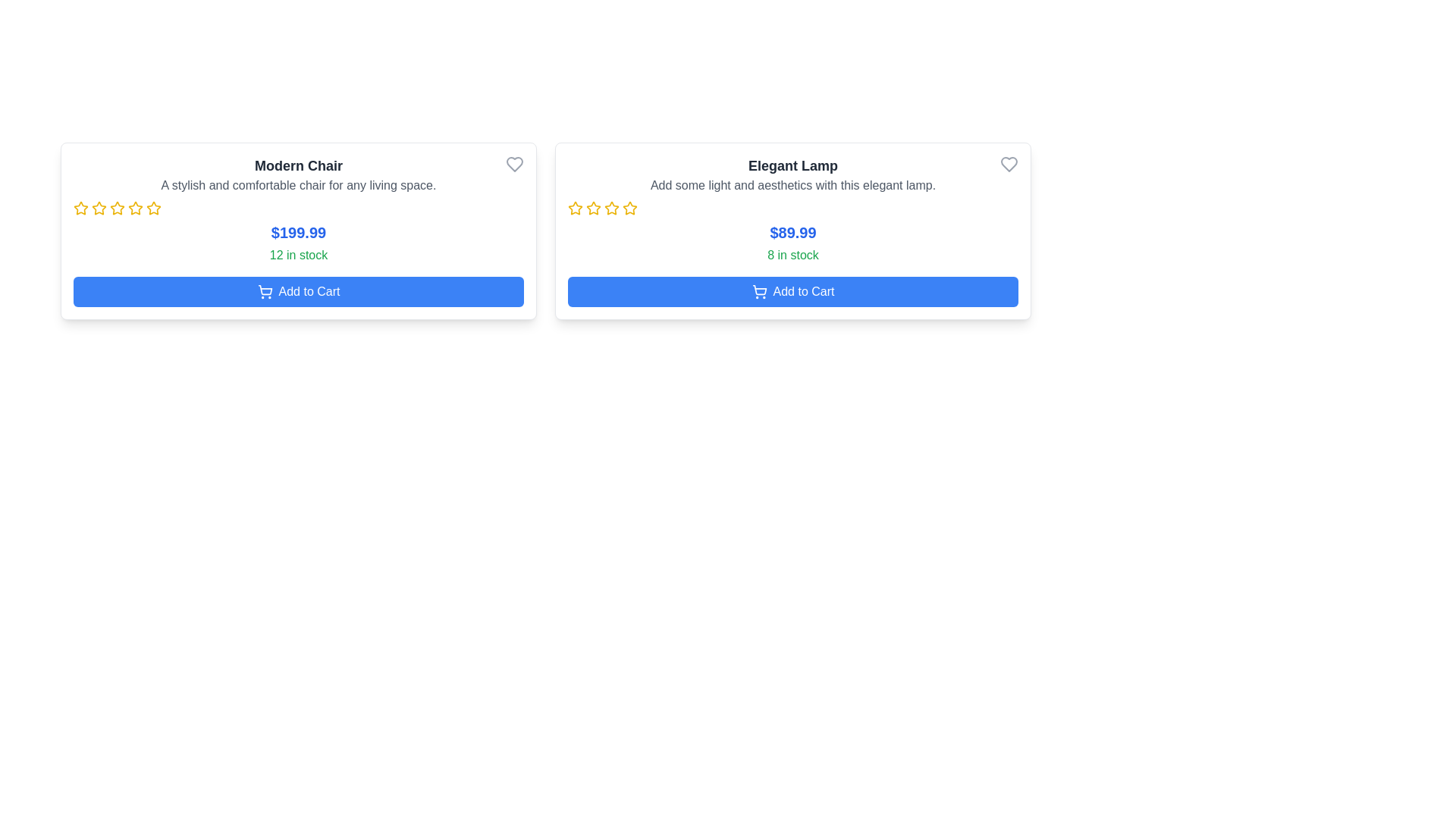  What do you see at coordinates (759, 292) in the screenshot?
I see `the shopping cart icon on the 'Add to Cart' button for the 'Elegant Lamp' product` at bounding box center [759, 292].